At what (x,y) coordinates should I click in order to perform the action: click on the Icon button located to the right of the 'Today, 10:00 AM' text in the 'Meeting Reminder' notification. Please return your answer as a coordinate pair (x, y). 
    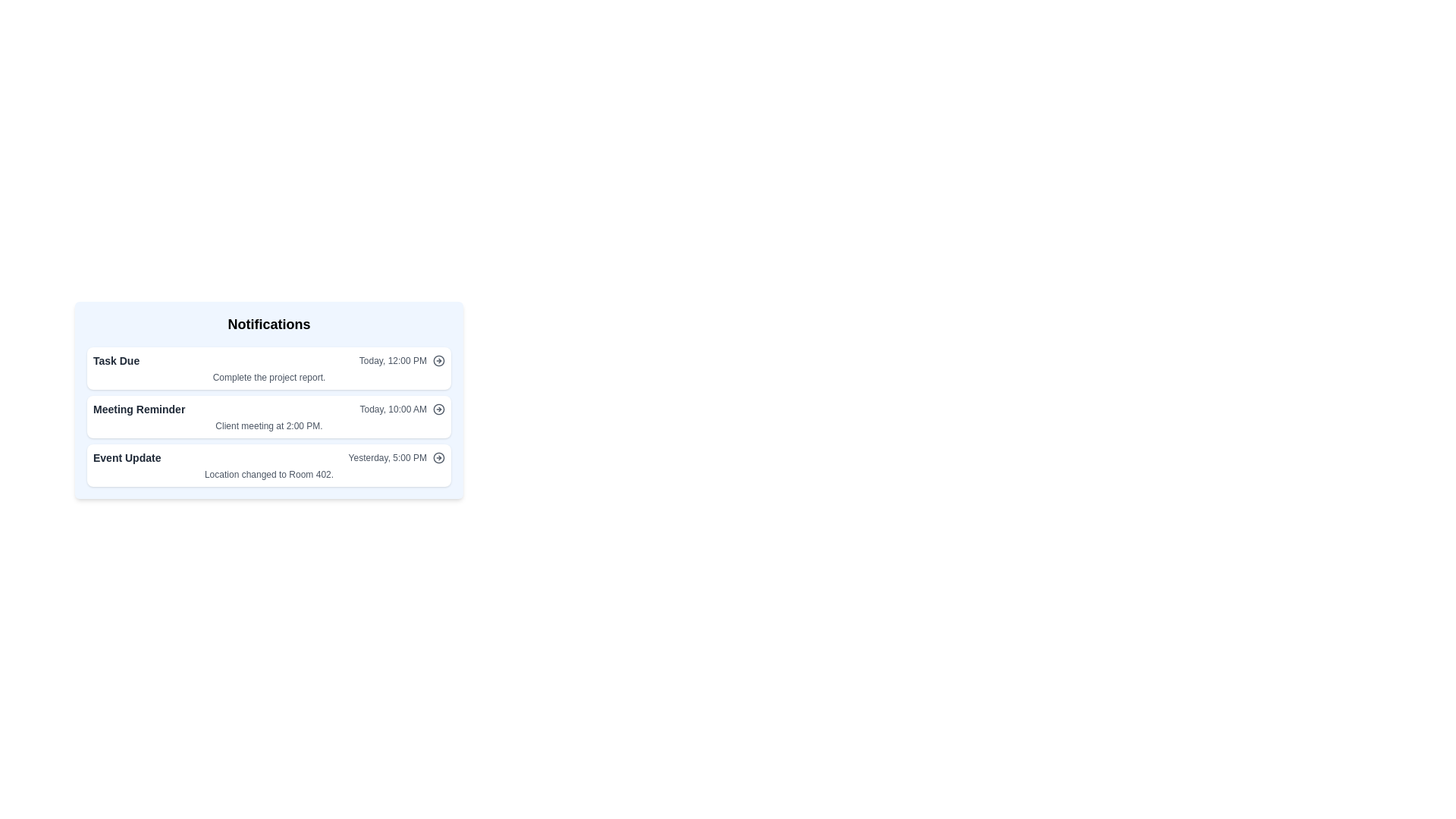
    Looking at the image, I should click on (438, 409).